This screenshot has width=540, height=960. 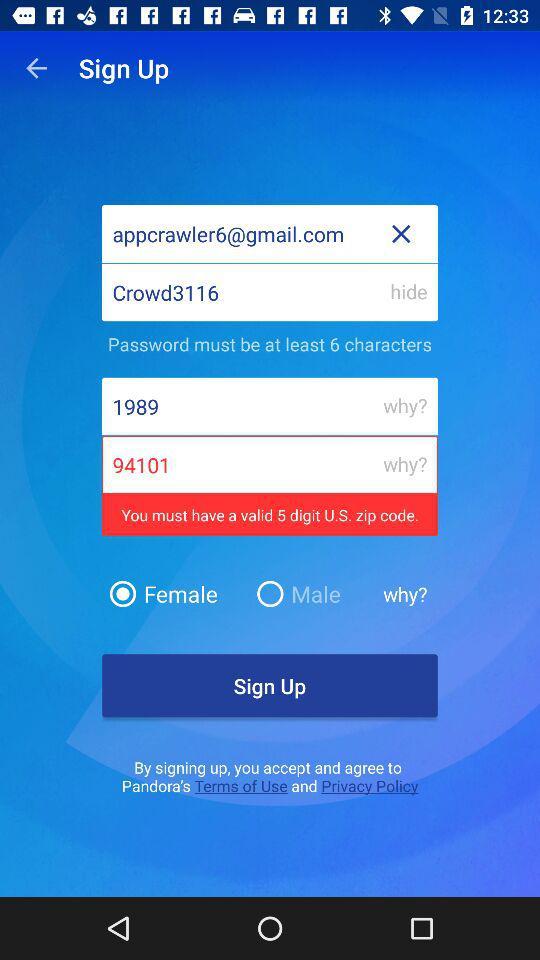 What do you see at coordinates (270, 233) in the screenshot?
I see `appcrawler6gmailcom` at bounding box center [270, 233].